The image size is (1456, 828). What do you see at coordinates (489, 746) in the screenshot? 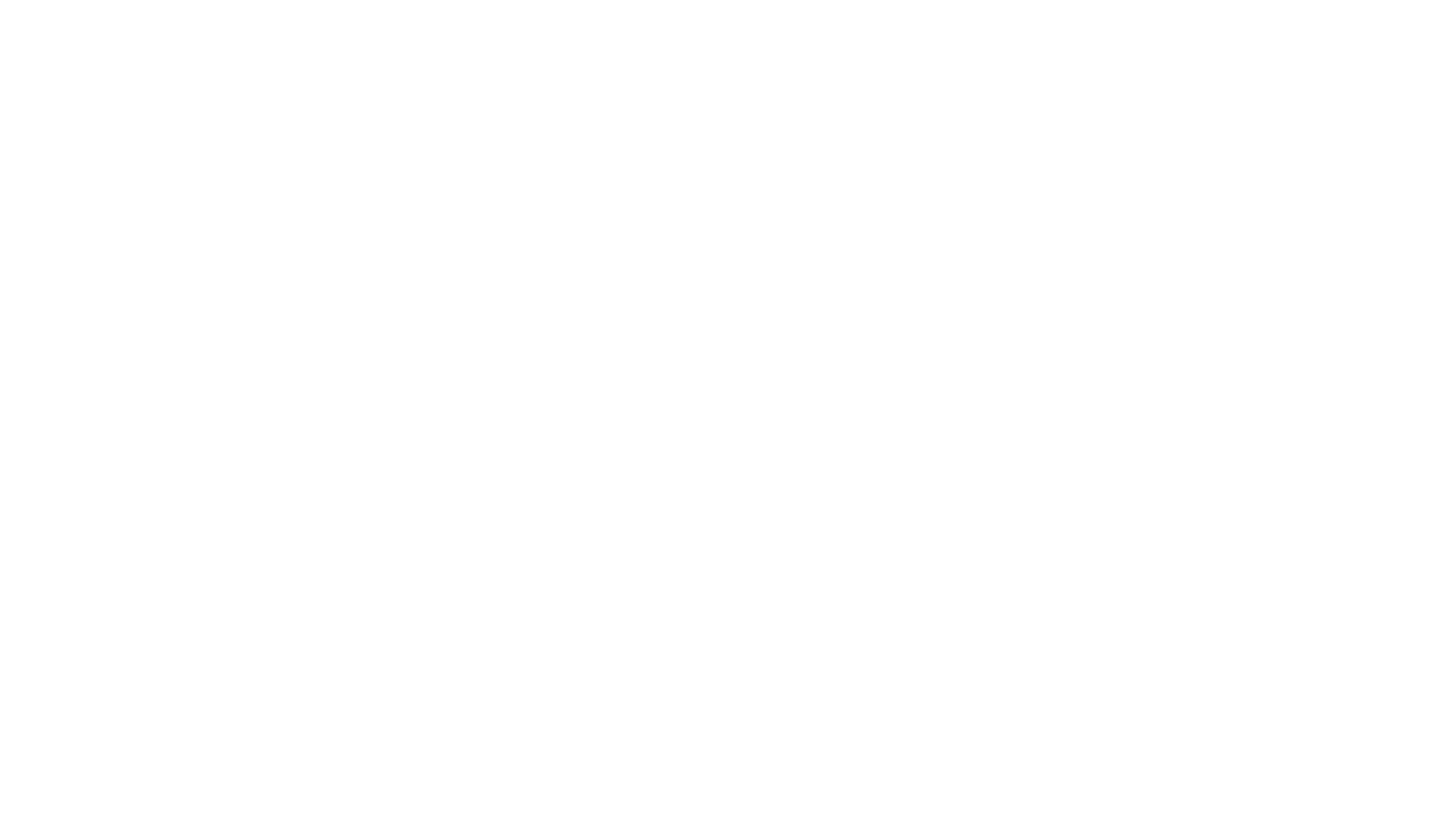
I see `'To end the year Joe has been working on a new range of fine Cider and Perry-'` at bounding box center [489, 746].